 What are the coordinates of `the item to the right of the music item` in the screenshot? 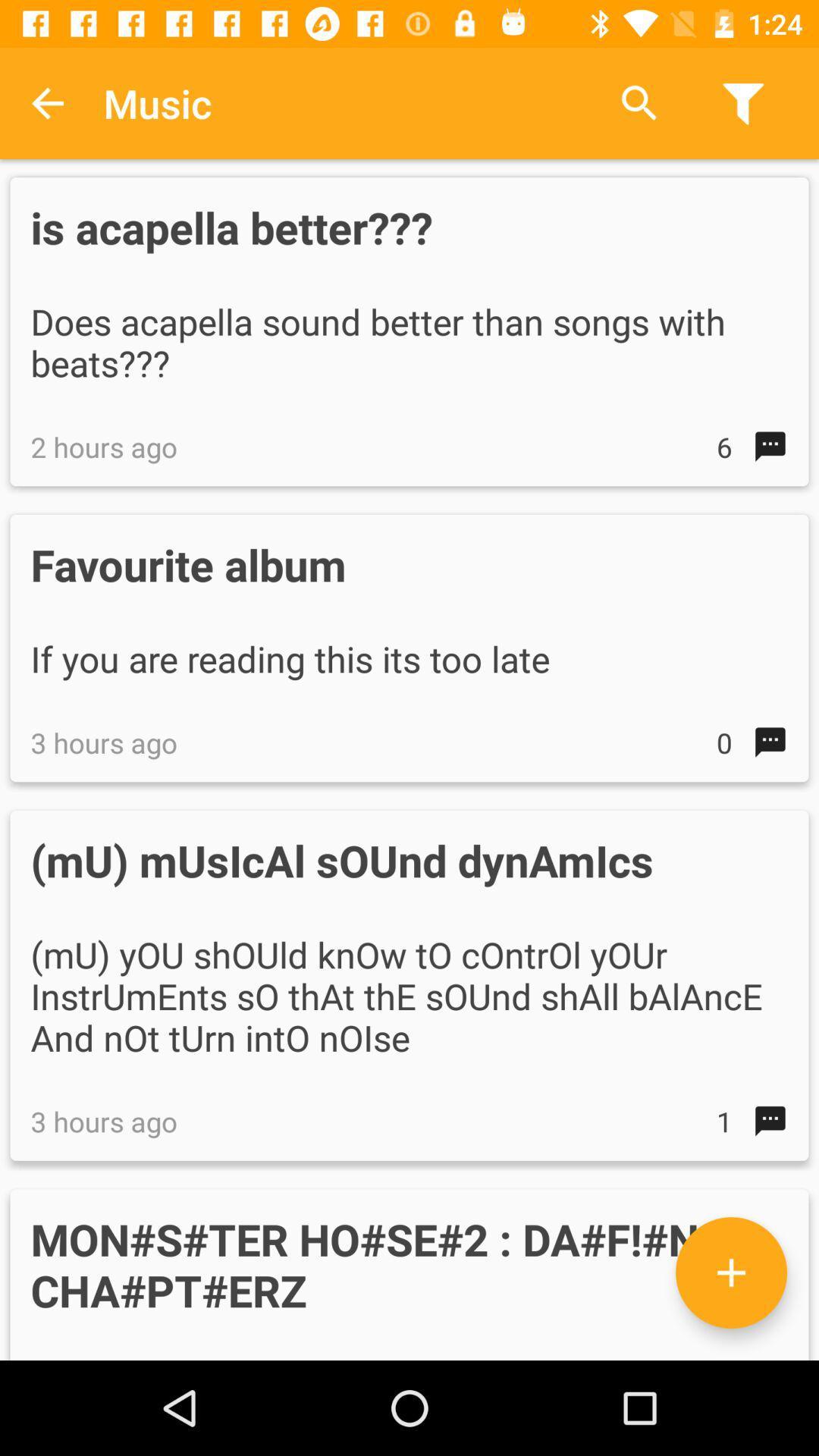 It's located at (639, 102).